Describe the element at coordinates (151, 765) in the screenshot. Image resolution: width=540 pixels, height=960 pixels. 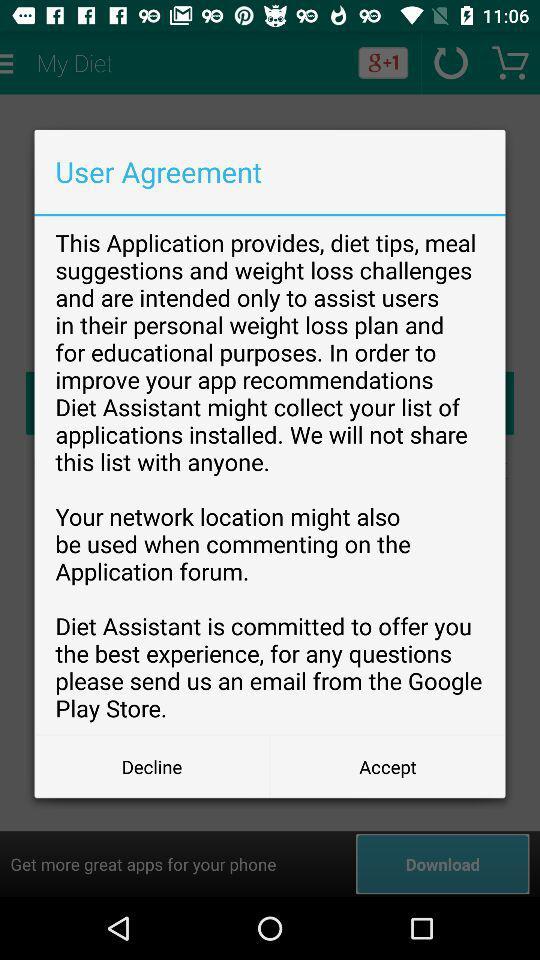
I see `the decline` at that location.